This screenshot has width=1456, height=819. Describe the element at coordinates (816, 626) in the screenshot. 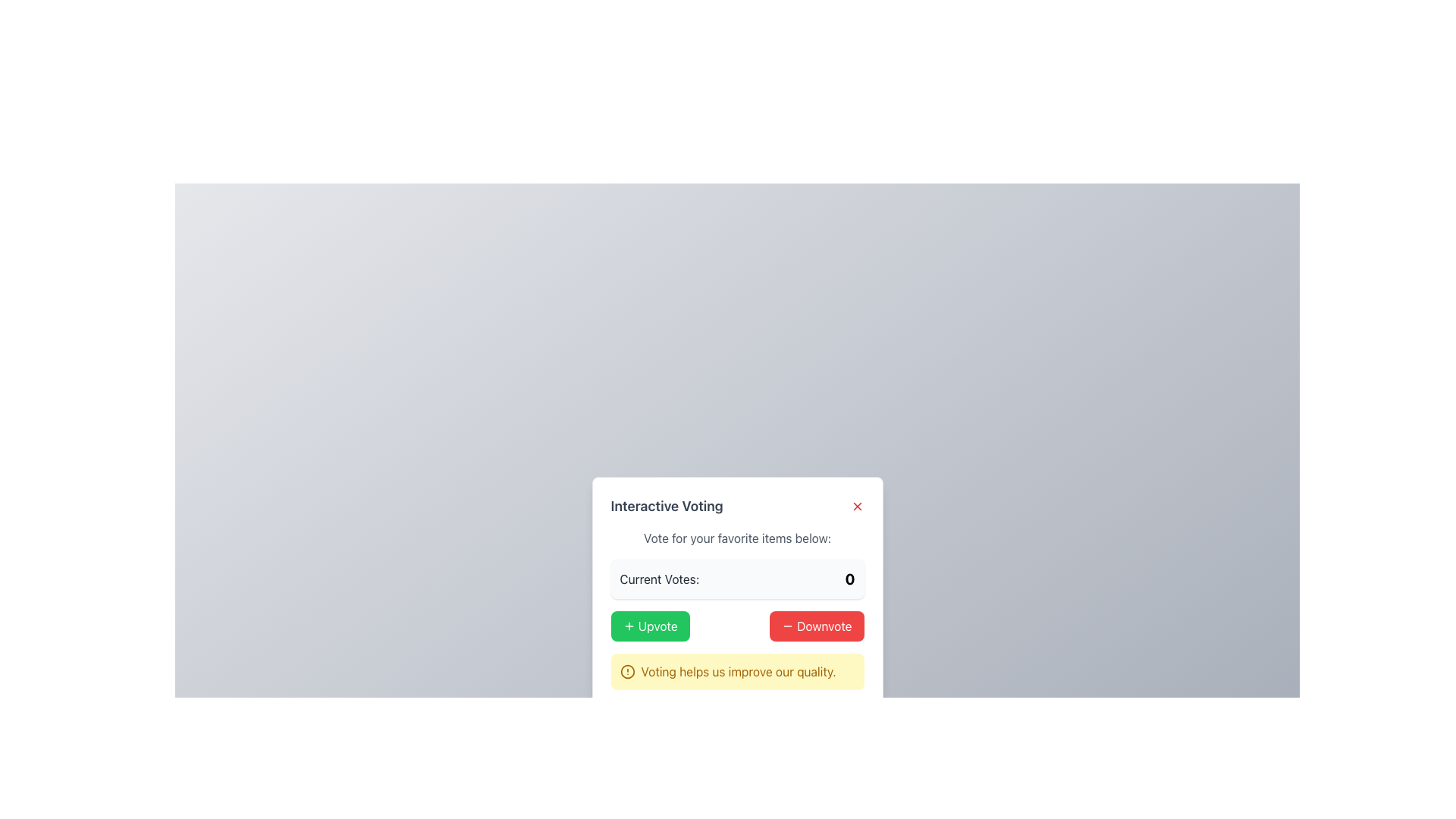

I see `the downvote button located to the right of the 'Upvote' button in the voting panel to change its background color` at that location.